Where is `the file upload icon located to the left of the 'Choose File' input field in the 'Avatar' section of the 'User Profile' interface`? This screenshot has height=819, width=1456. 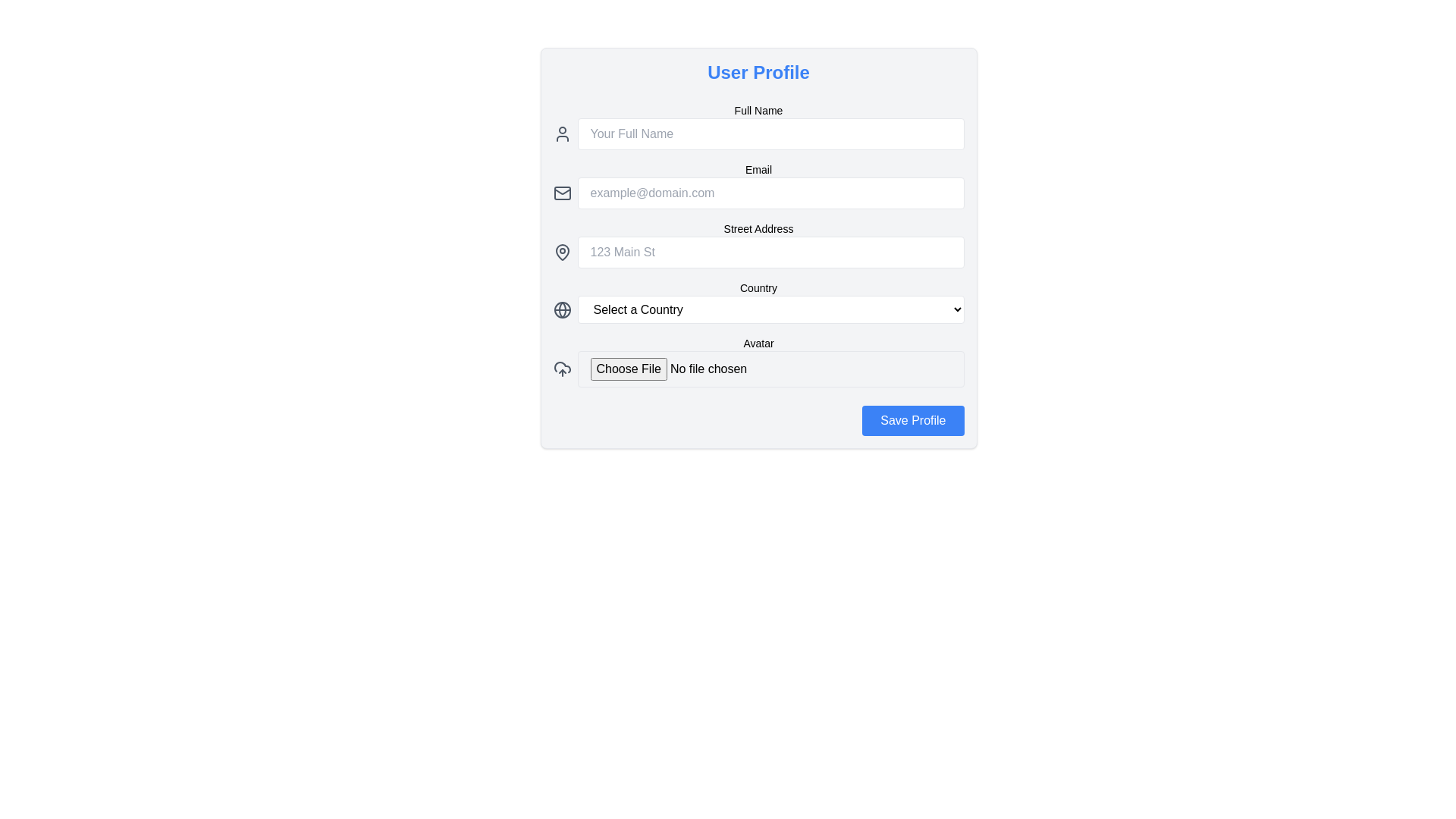 the file upload icon located to the left of the 'Choose File' input field in the 'Avatar' section of the 'User Profile' interface is located at coordinates (561, 369).